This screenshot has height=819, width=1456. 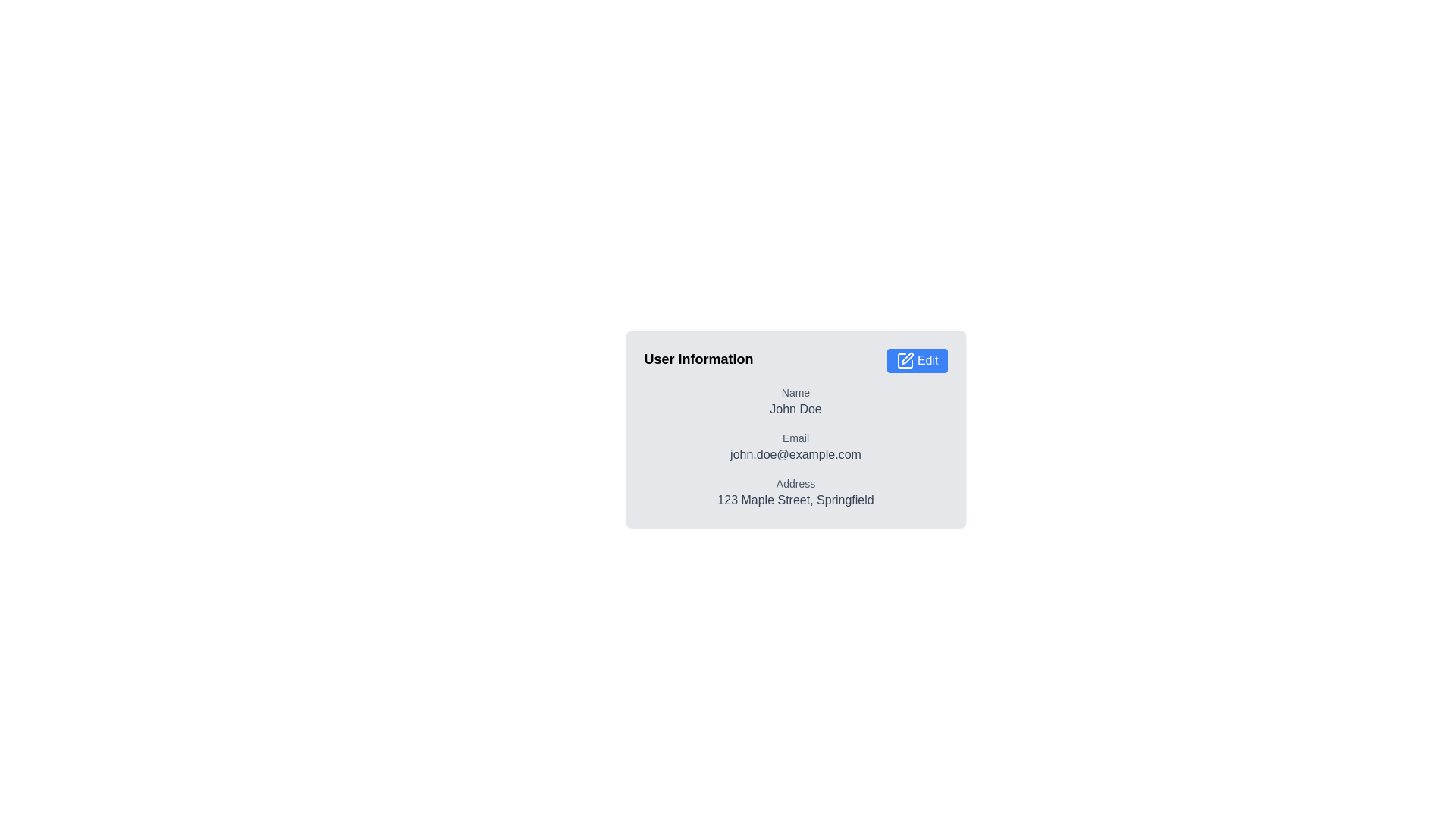 I want to click on the address label in the User Information card, located between the Email section and the address content, so click(x=795, y=483).